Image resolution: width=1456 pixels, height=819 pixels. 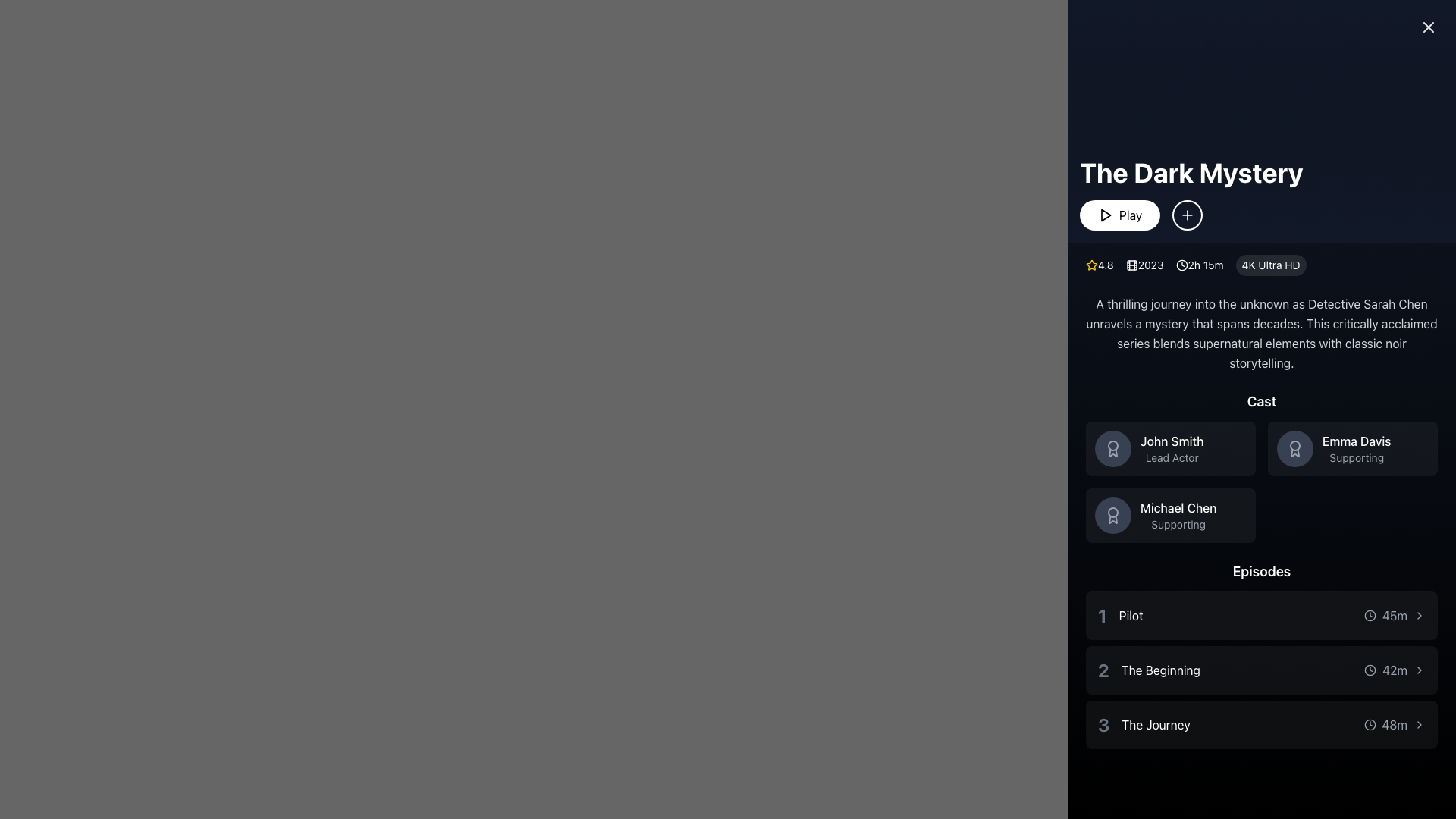 What do you see at coordinates (1419, 669) in the screenshot?
I see `the right-pointing chevron icon in the 'Episodes' section` at bounding box center [1419, 669].